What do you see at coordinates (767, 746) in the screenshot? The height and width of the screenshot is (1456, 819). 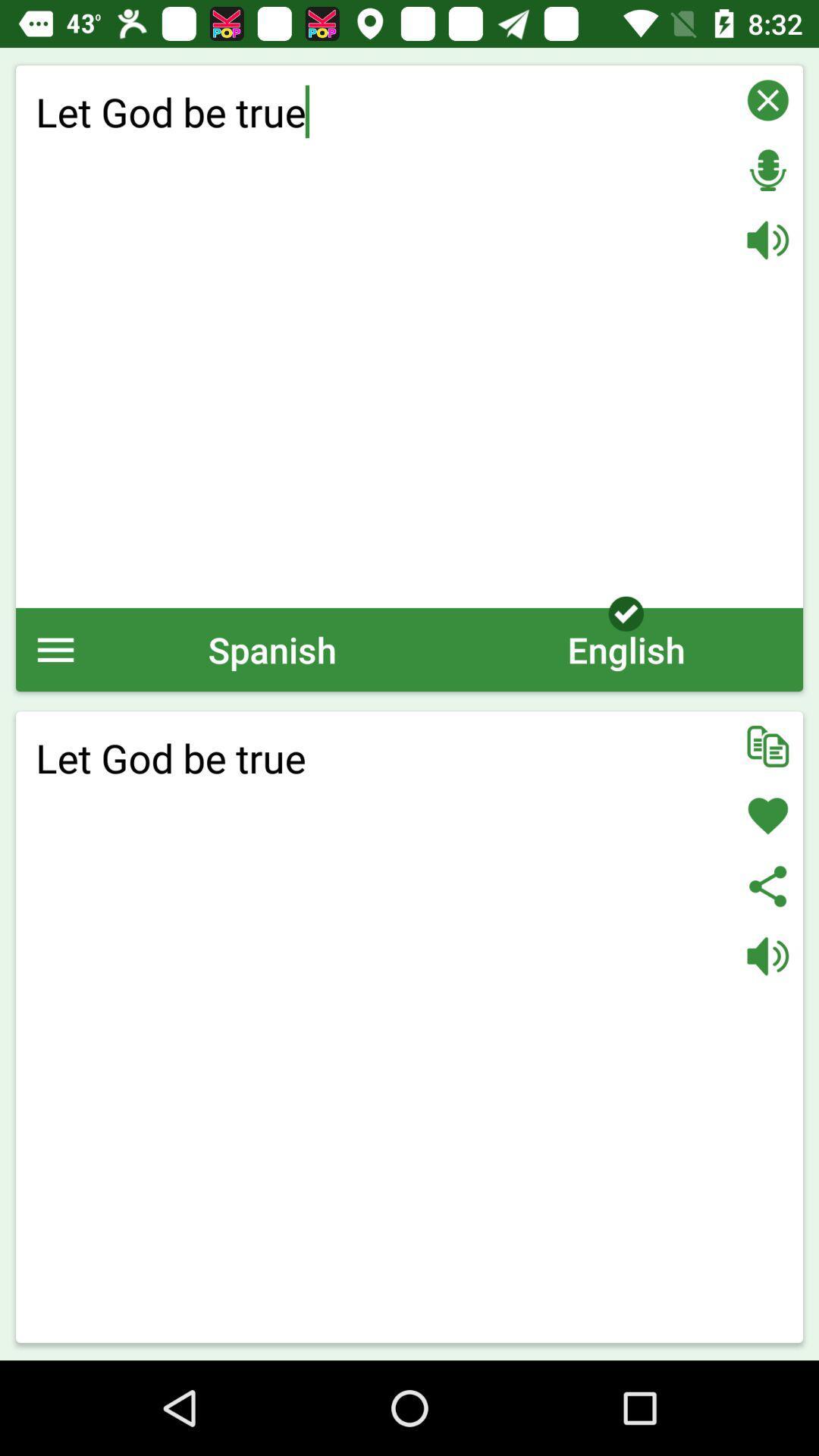 I see `copy the text` at bounding box center [767, 746].